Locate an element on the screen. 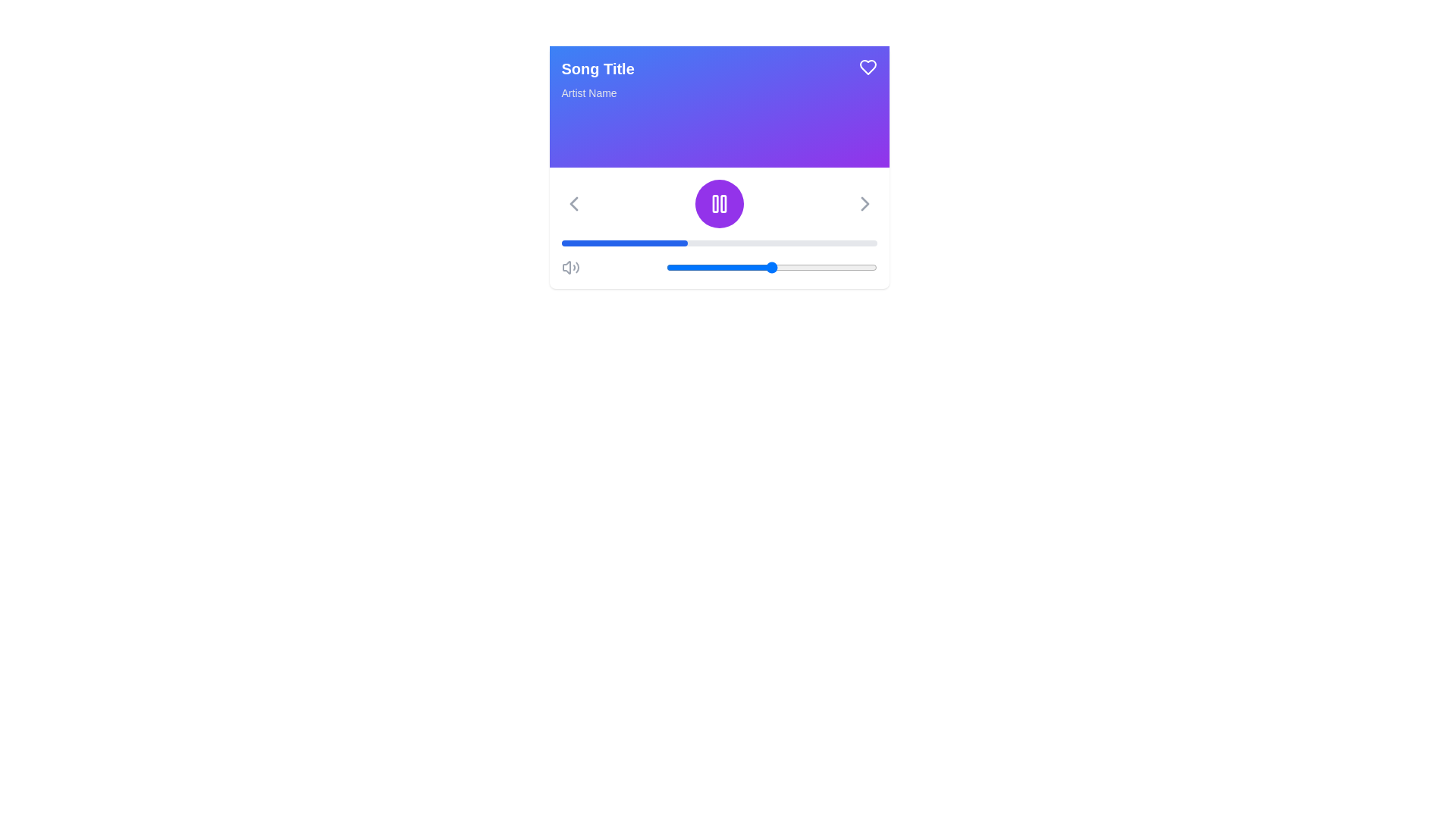  volume is located at coordinates (708, 267).